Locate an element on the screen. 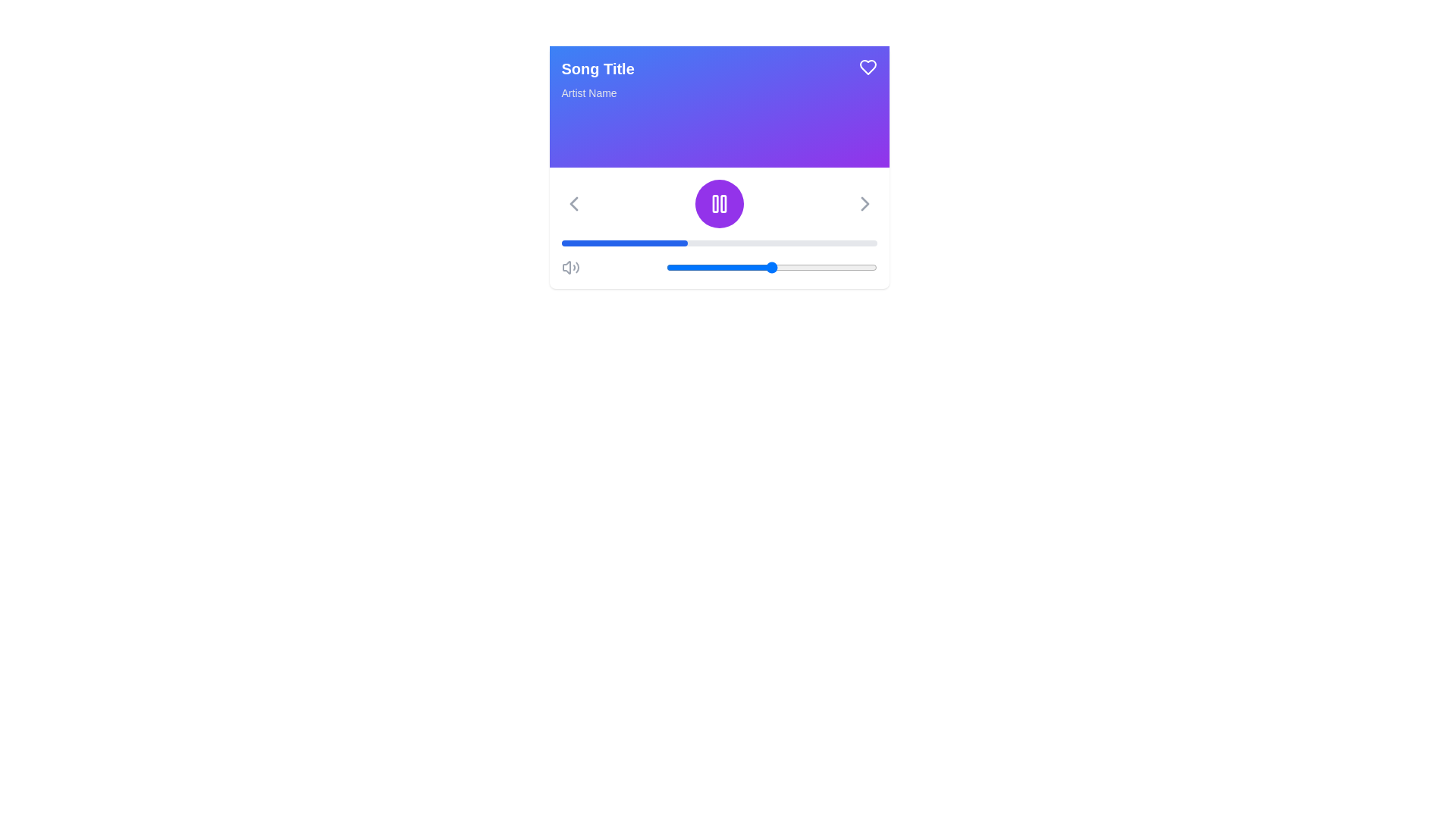  volume is located at coordinates (708, 267).